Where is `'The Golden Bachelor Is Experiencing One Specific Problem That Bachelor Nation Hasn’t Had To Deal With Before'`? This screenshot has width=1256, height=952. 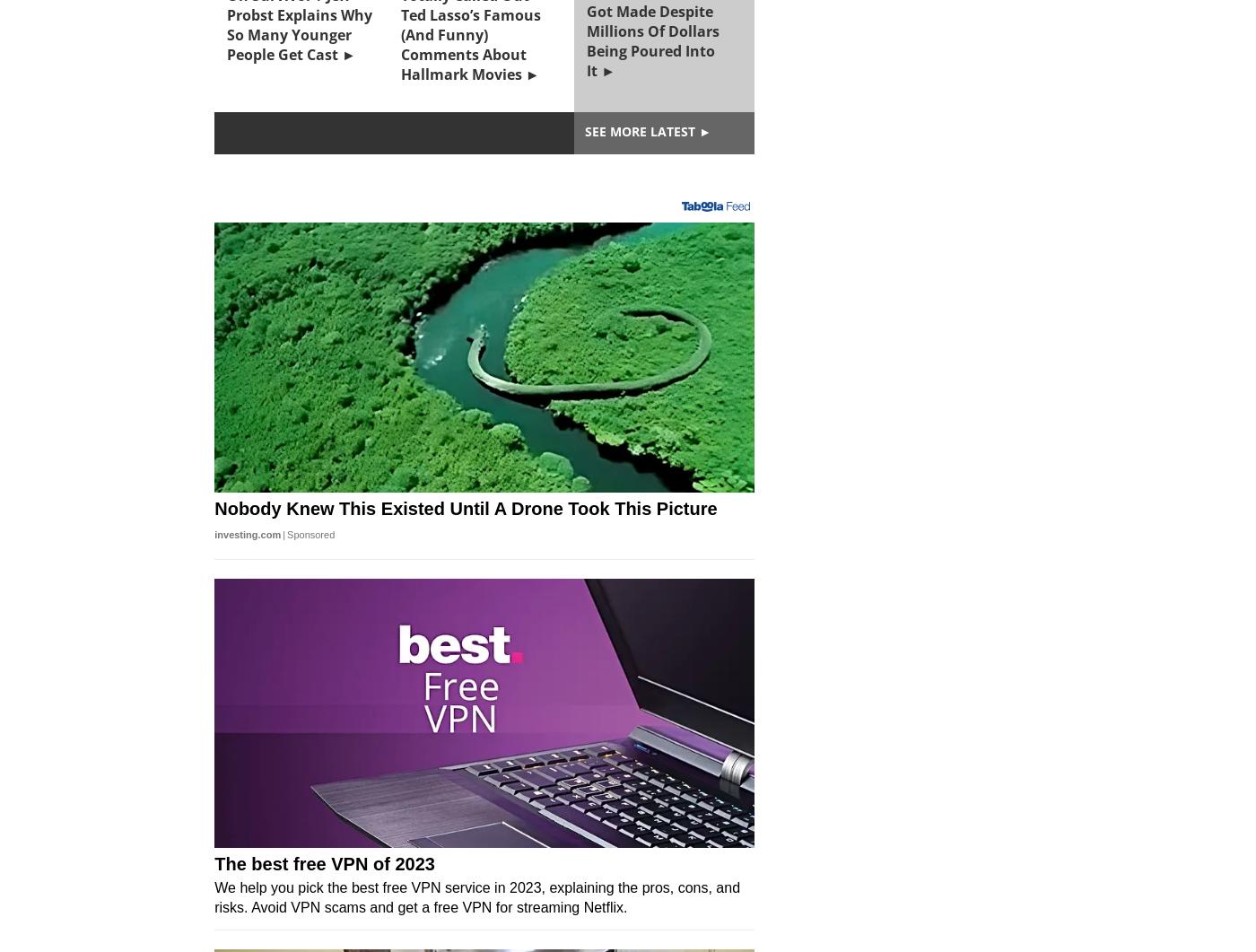 'The Golden Bachelor Is Experiencing One Specific Problem That Bachelor Nation Hasn’t Had To Deal With Before' is located at coordinates (467, 525).